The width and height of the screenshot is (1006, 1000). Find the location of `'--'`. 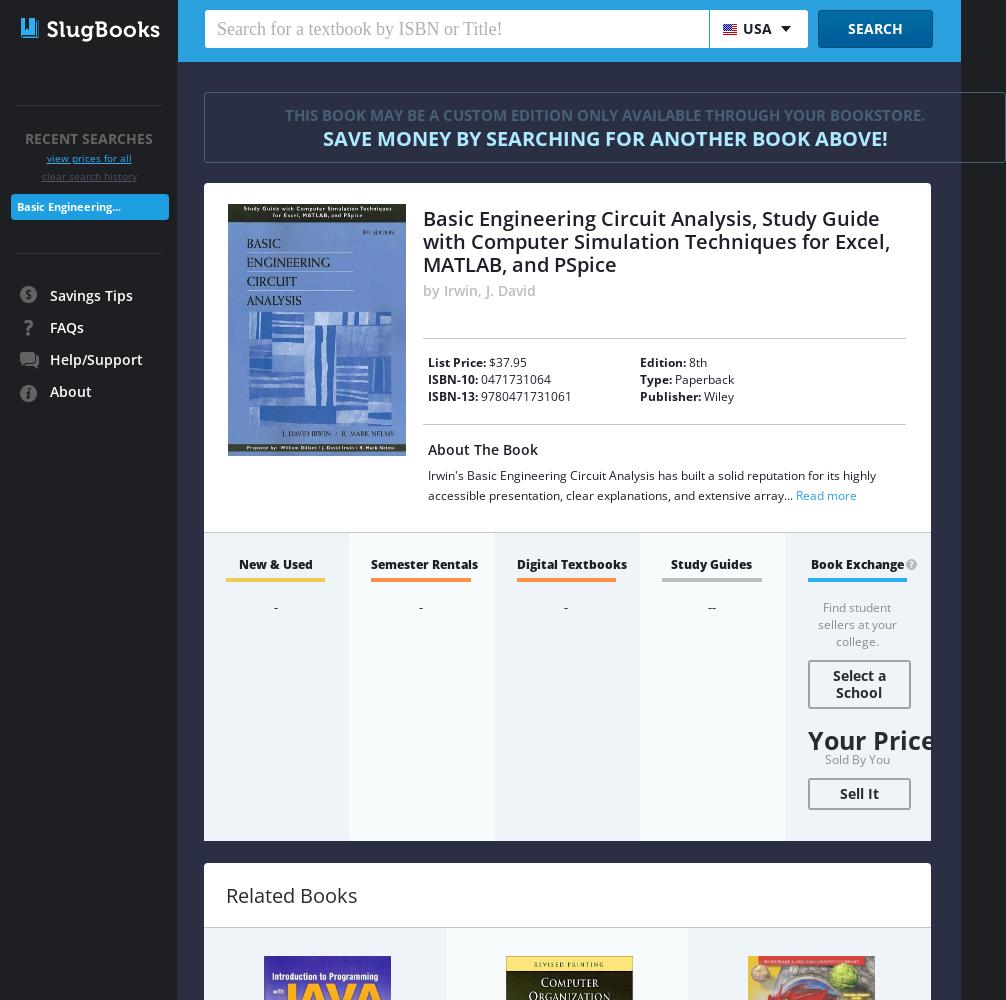

'--' is located at coordinates (707, 606).